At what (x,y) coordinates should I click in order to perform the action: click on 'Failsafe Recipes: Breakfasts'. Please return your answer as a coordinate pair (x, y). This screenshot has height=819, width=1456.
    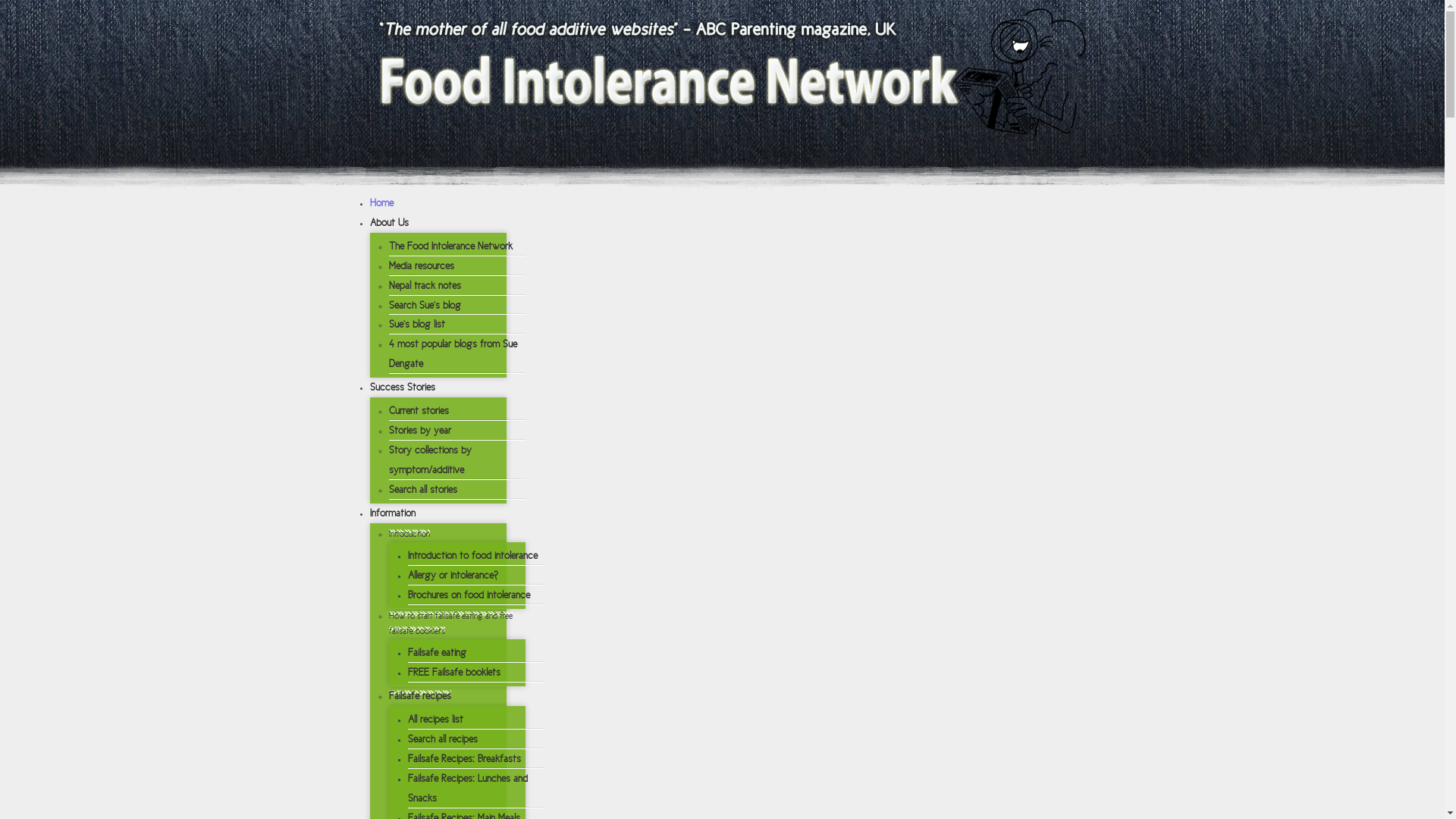
    Looking at the image, I should click on (407, 758).